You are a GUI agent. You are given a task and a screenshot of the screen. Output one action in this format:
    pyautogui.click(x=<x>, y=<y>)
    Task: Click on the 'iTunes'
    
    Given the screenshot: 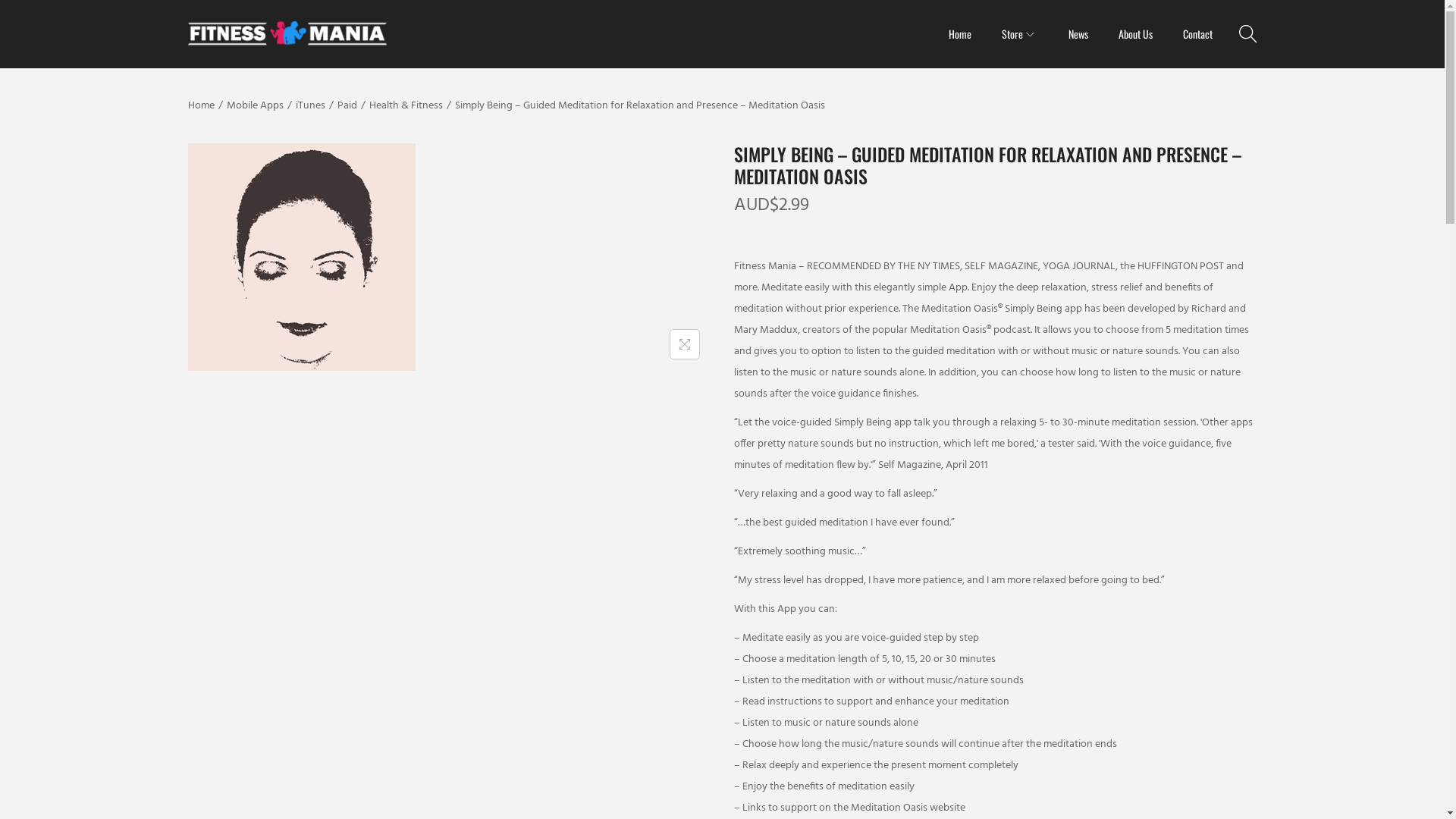 What is the action you would take?
    pyautogui.click(x=309, y=105)
    